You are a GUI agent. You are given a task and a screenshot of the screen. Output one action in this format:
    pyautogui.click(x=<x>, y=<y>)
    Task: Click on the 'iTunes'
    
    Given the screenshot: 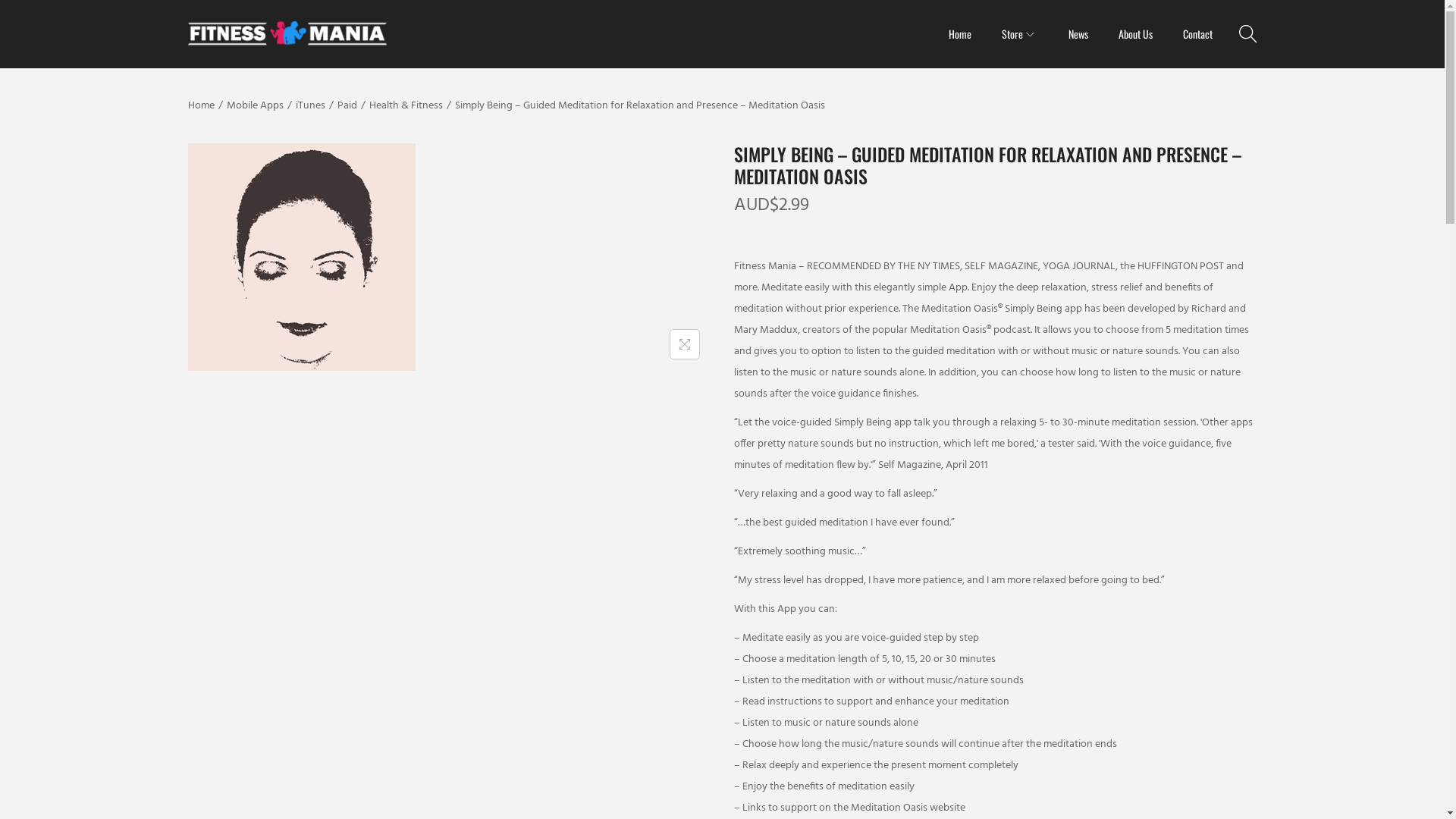 What is the action you would take?
    pyautogui.click(x=309, y=105)
    